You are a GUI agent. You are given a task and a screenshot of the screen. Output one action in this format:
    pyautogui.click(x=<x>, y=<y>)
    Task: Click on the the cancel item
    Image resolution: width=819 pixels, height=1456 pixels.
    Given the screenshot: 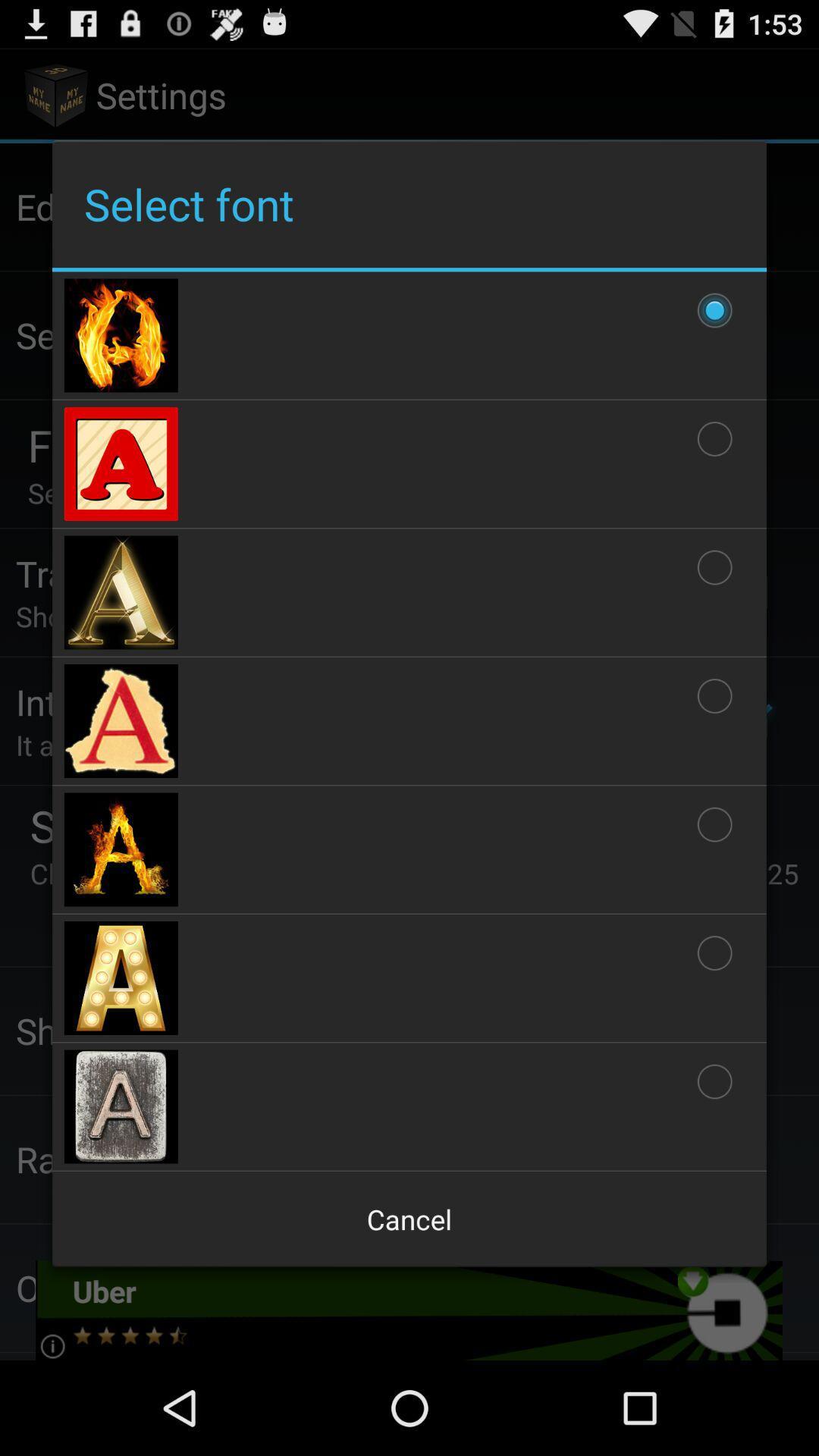 What is the action you would take?
    pyautogui.click(x=409, y=1219)
    